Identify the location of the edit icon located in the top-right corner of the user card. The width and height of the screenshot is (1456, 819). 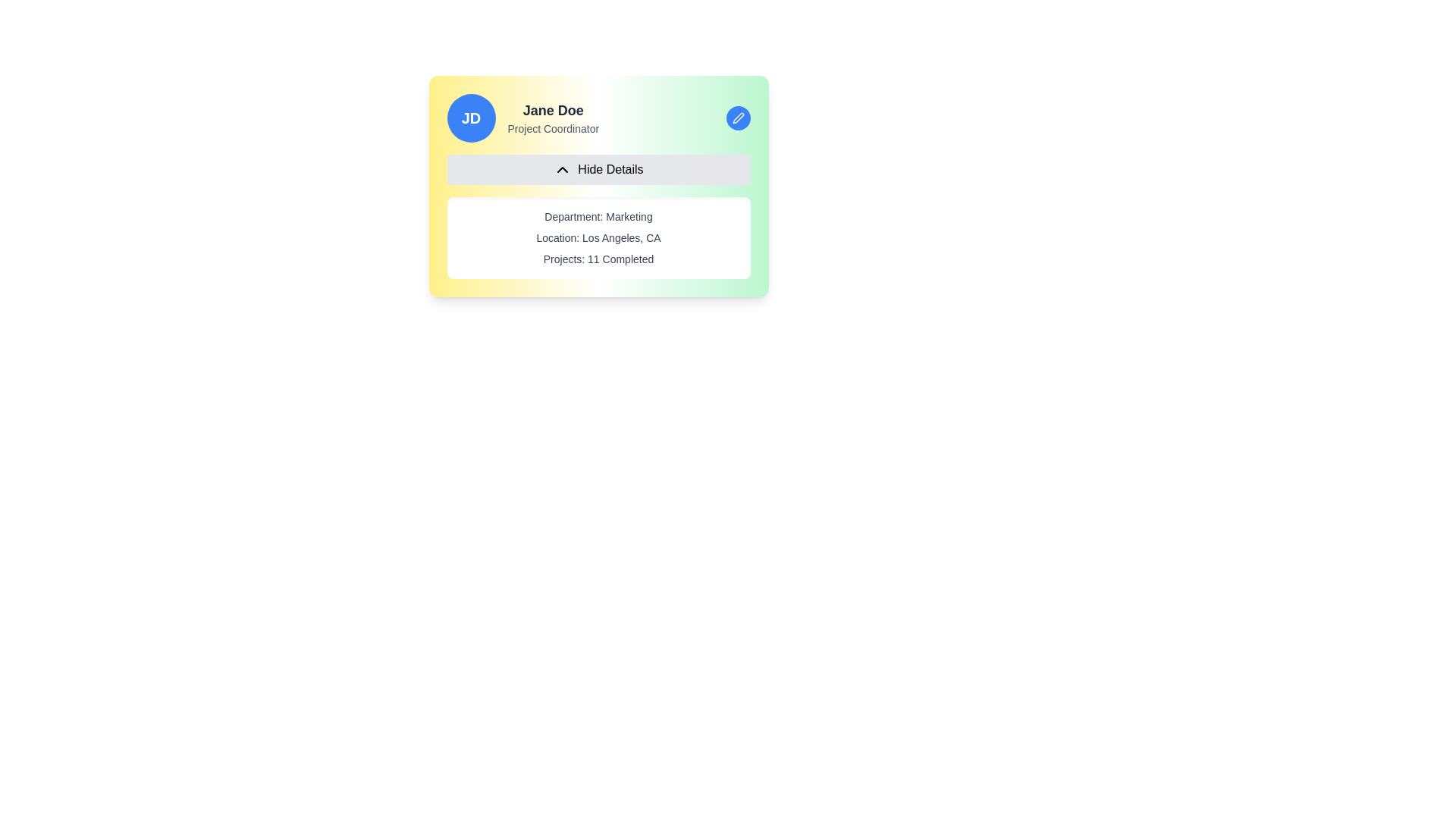
(738, 117).